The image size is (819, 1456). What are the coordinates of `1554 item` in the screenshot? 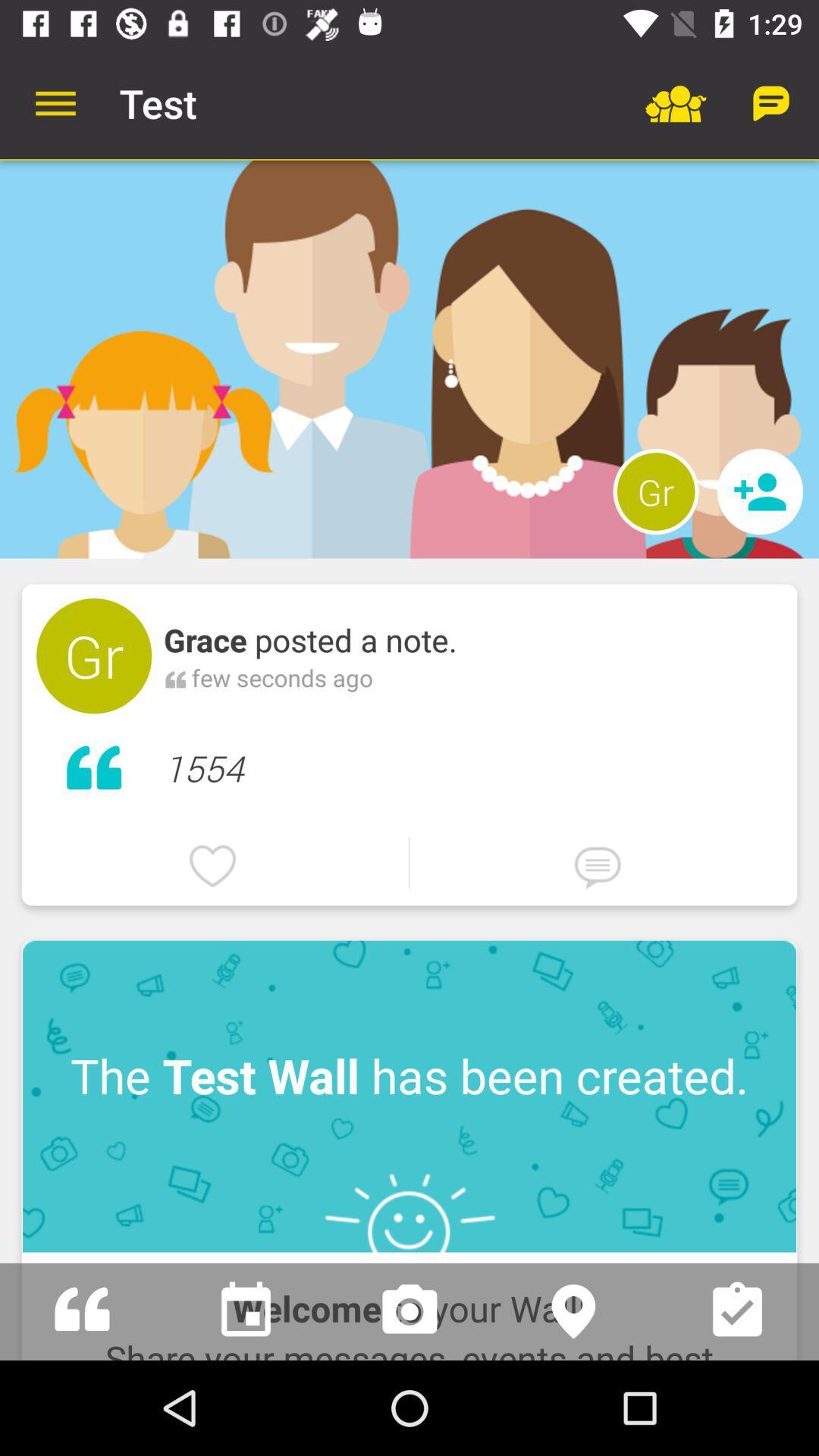 It's located at (472, 764).